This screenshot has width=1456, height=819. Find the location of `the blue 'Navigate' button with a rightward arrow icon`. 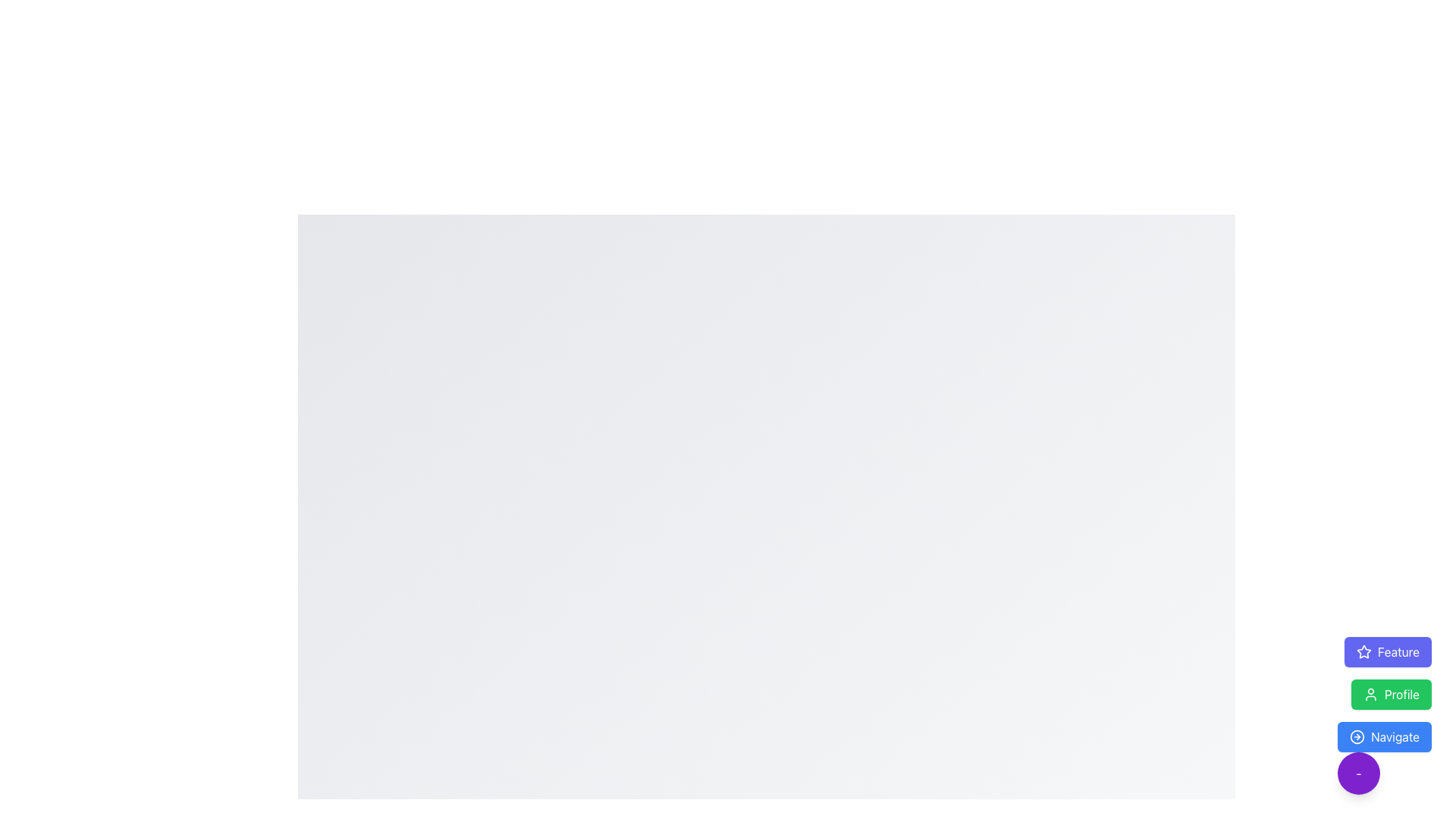

the blue 'Navigate' button with a rightward arrow icon is located at coordinates (1385, 736).